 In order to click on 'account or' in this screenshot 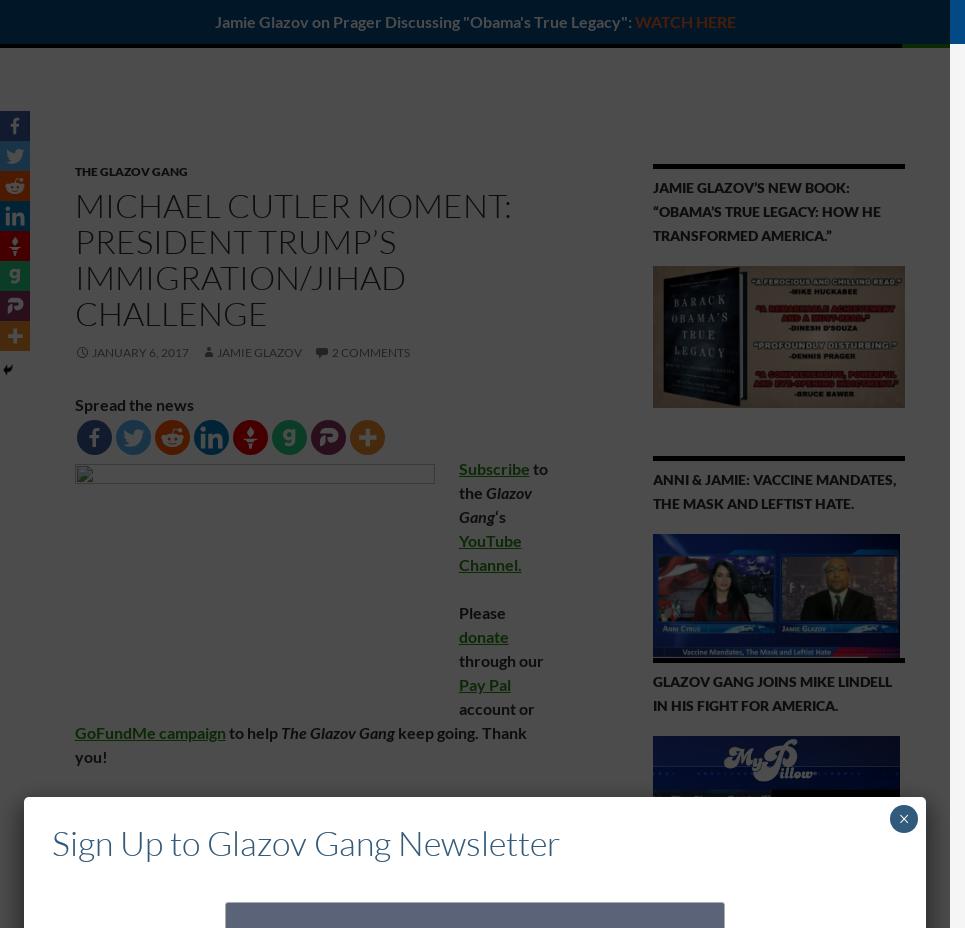, I will do `click(496, 707)`.